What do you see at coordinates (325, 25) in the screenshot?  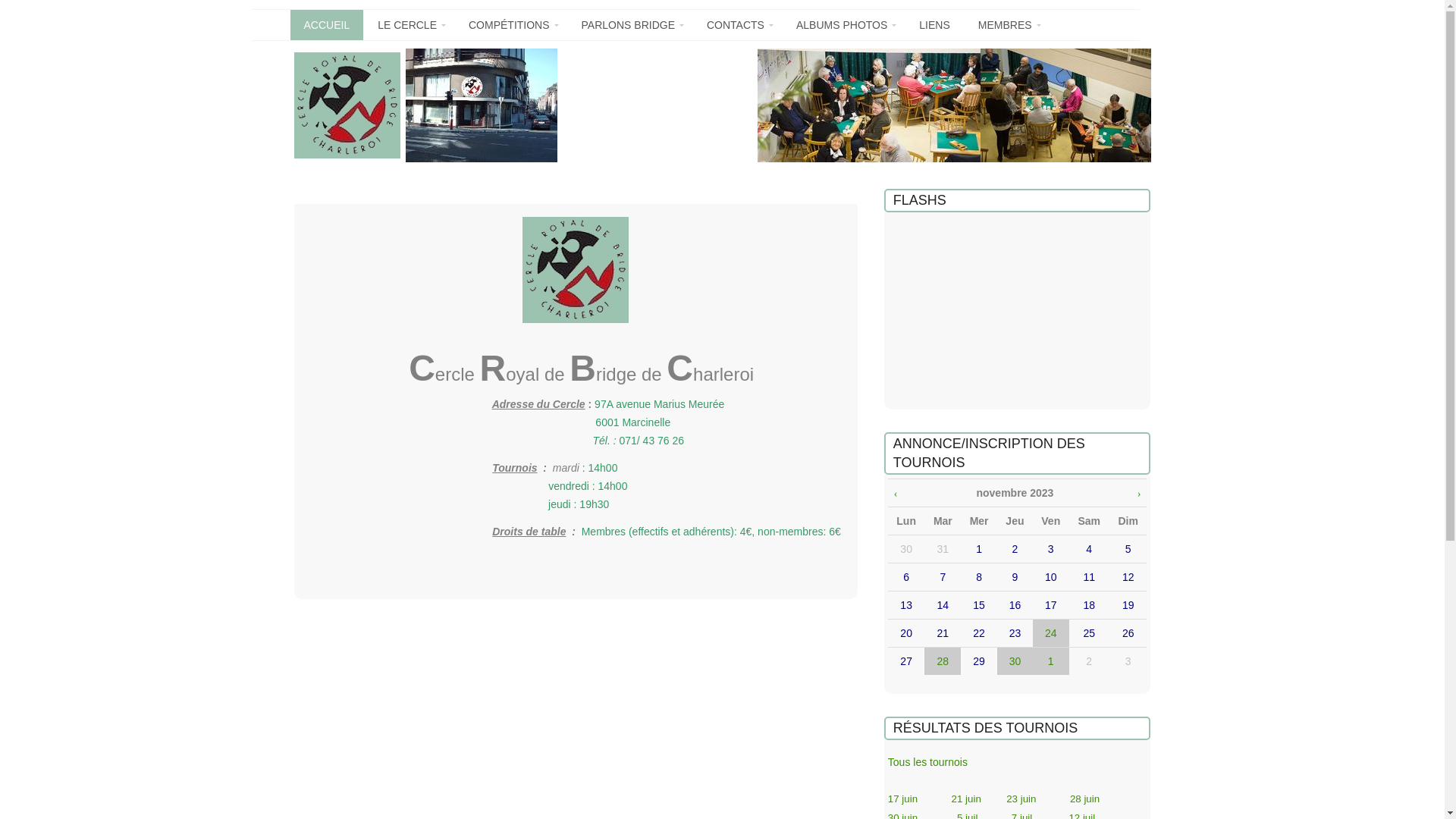 I see `'ACCUEIL'` at bounding box center [325, 25].